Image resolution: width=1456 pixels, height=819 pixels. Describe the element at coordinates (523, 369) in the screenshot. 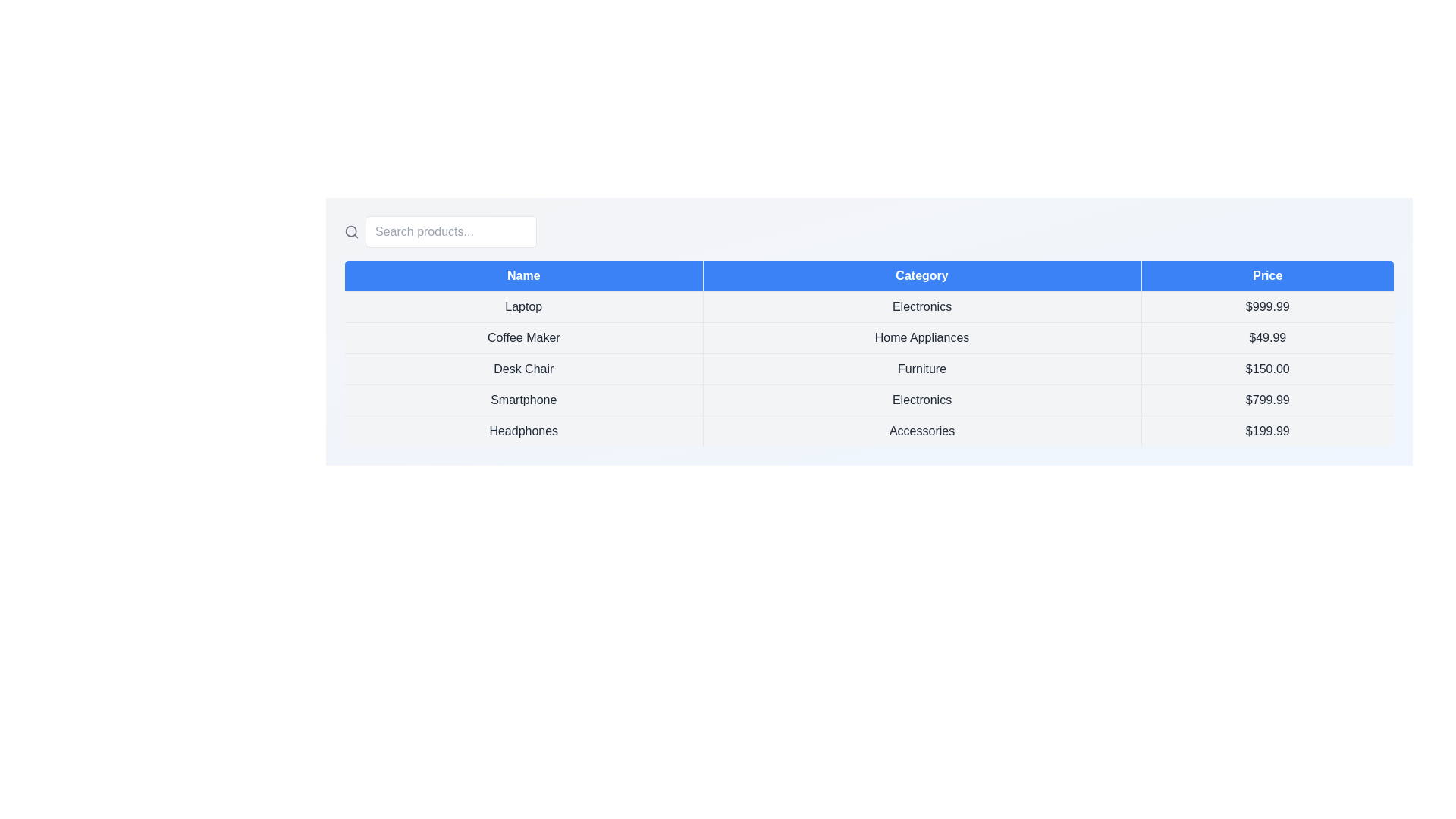

I see `the Text label indicating the name of the product in the second column of the table, specifically in the third row, between 'Coffee Maker' and 'Smartphone'` at that location.